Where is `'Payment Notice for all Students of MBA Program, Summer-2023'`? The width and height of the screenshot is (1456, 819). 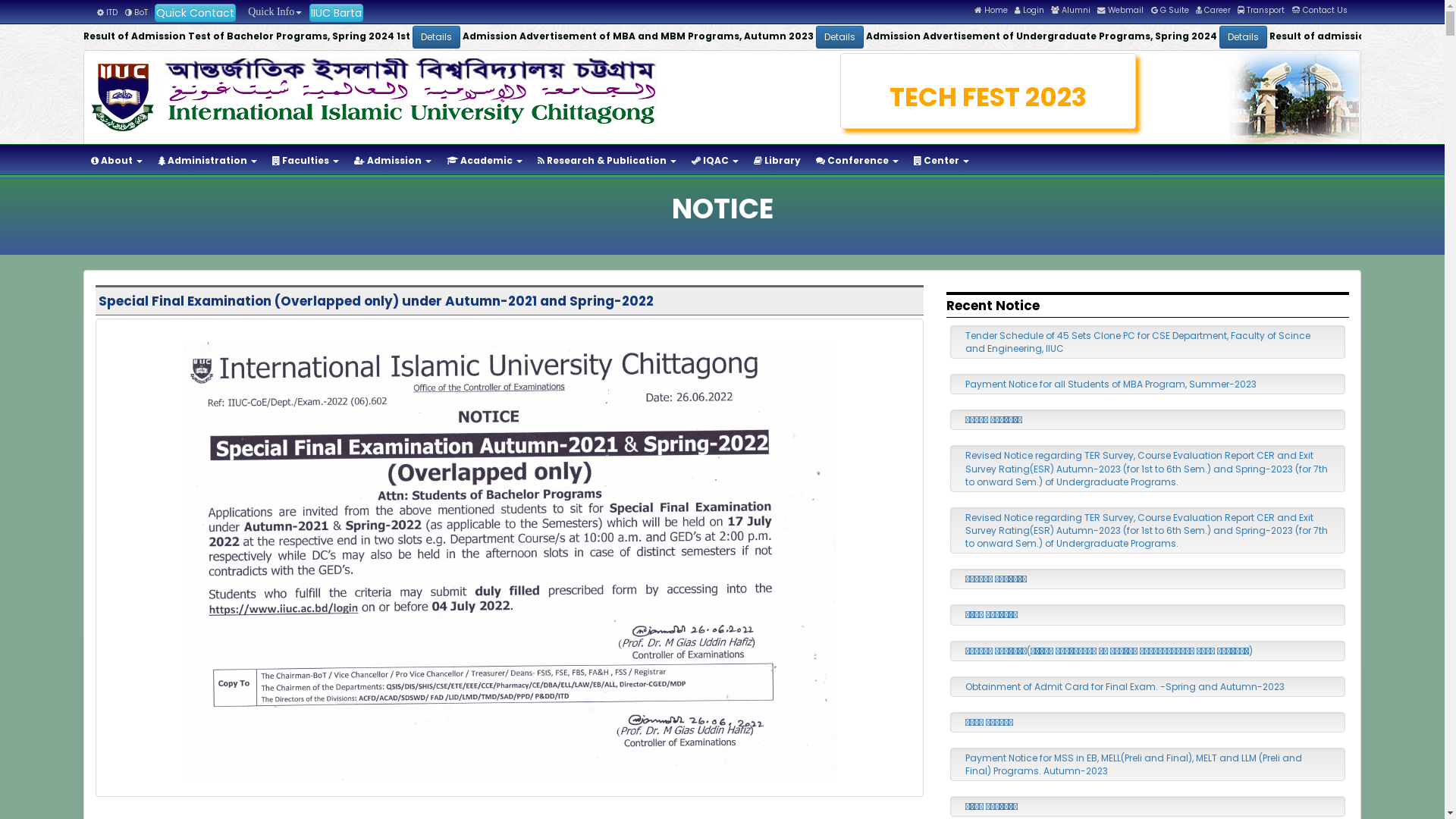
'Payment Notice for all Students of MBA Program, Summer-2023' is located at coordinates (964, 383).